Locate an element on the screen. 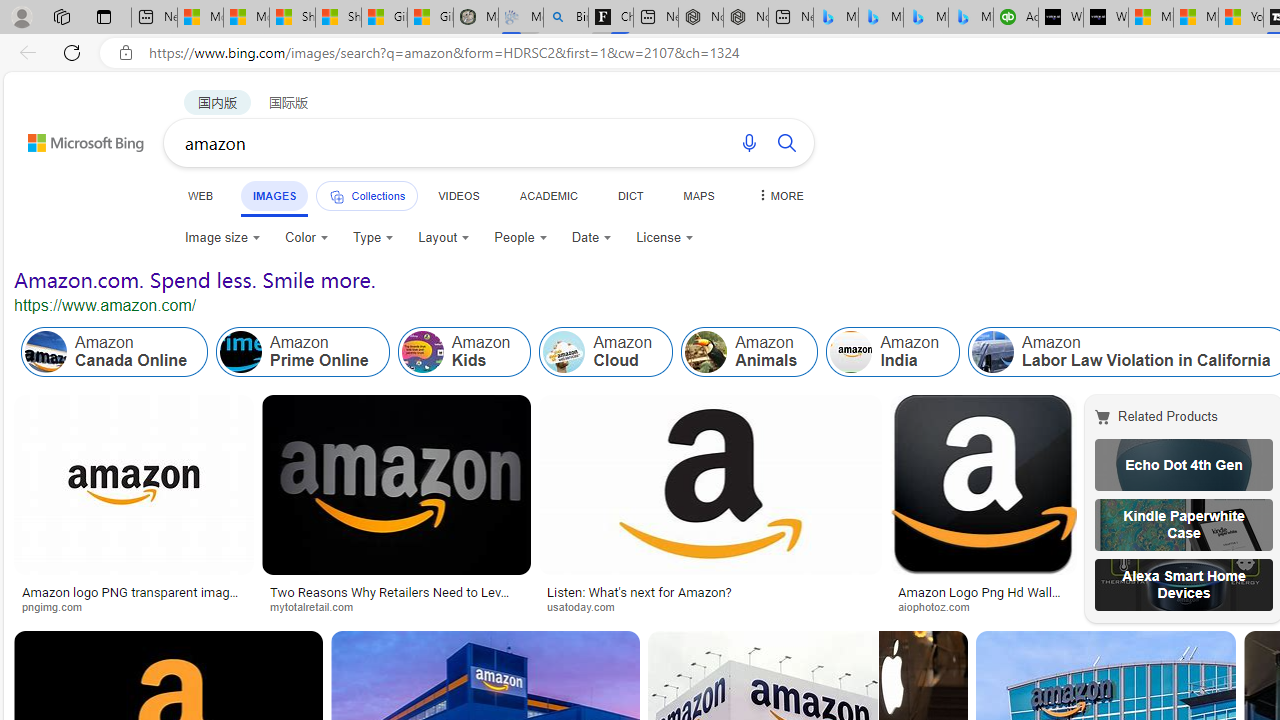 The image size is (1280, 720). 'DICT' is located at coordinates (629, 195).